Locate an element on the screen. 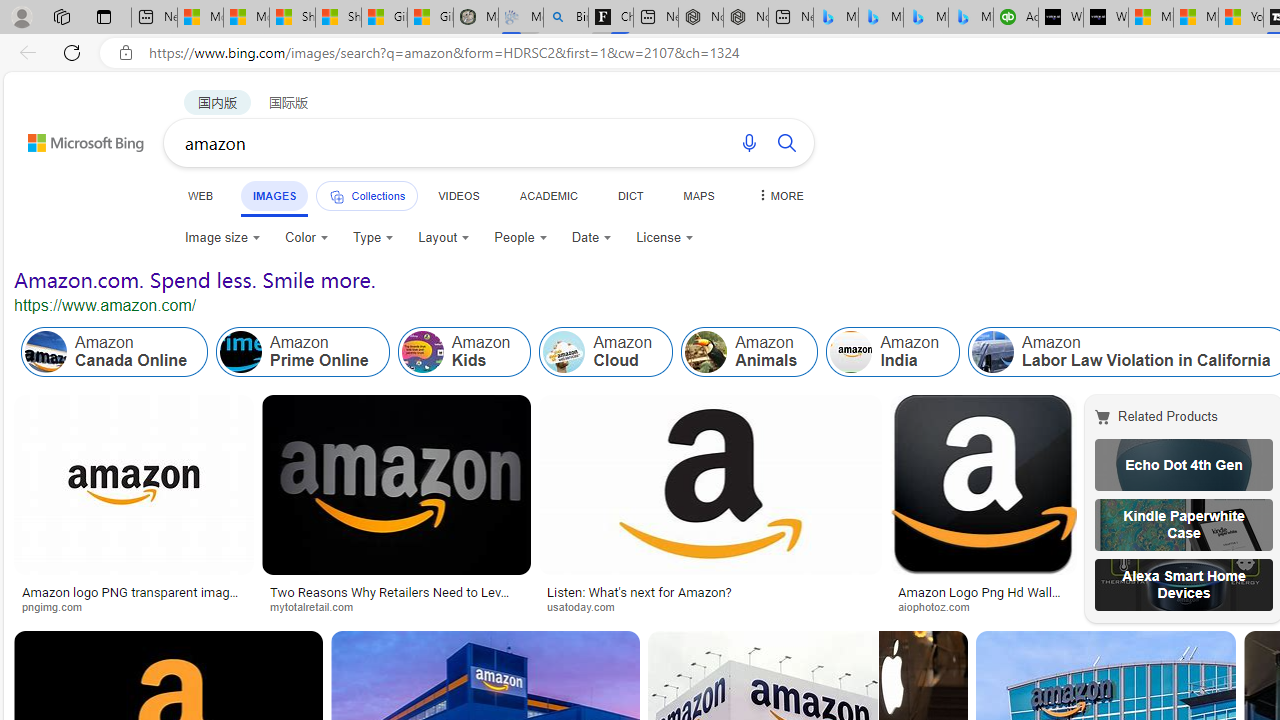 The image size is (1280, 720). 'DICT' is located at coordinates (629, 195).